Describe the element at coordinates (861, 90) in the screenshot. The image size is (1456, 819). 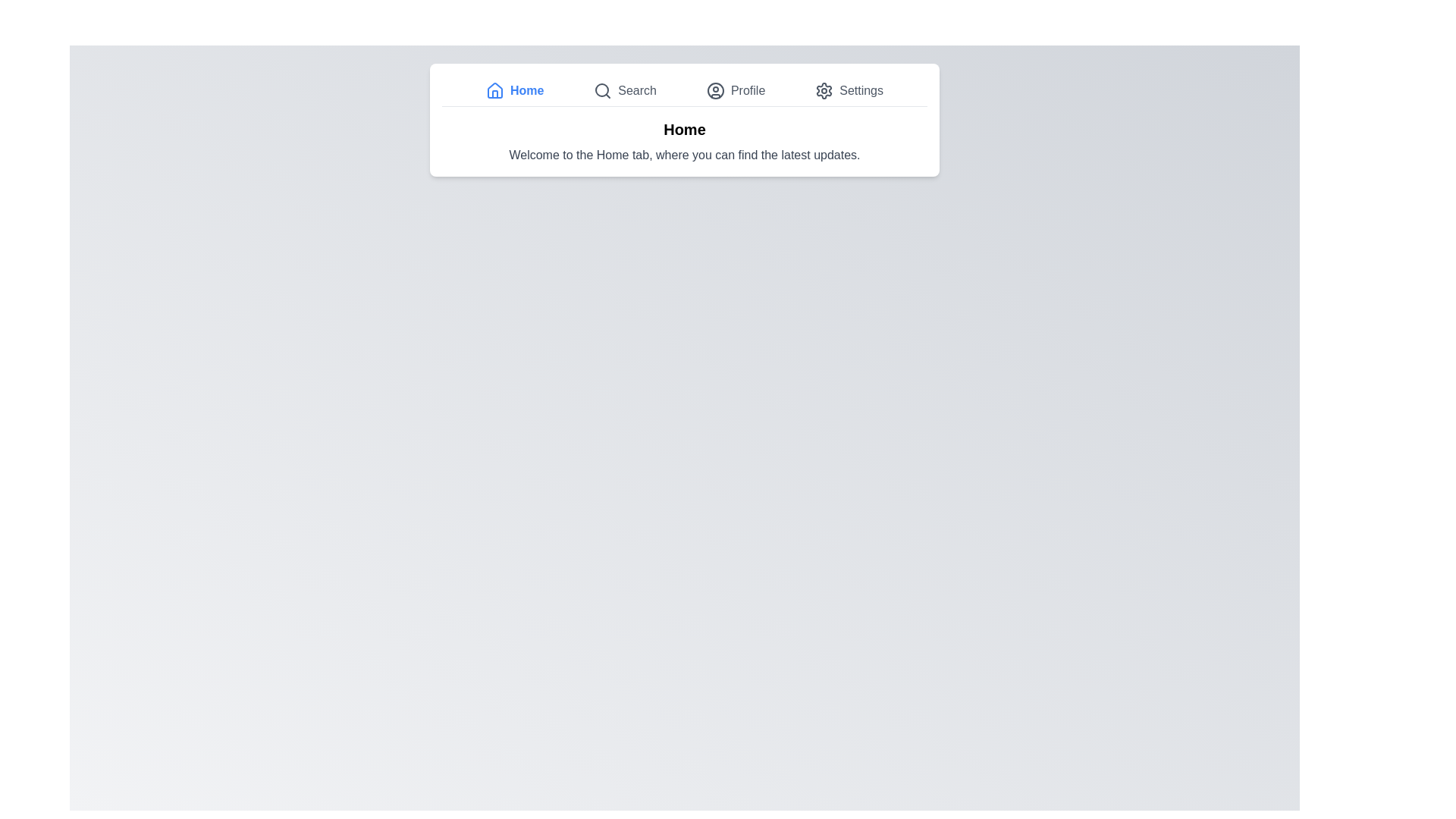
I see `the rightmost label or link in the navigation bar that navigates to the settings interface` at that location.